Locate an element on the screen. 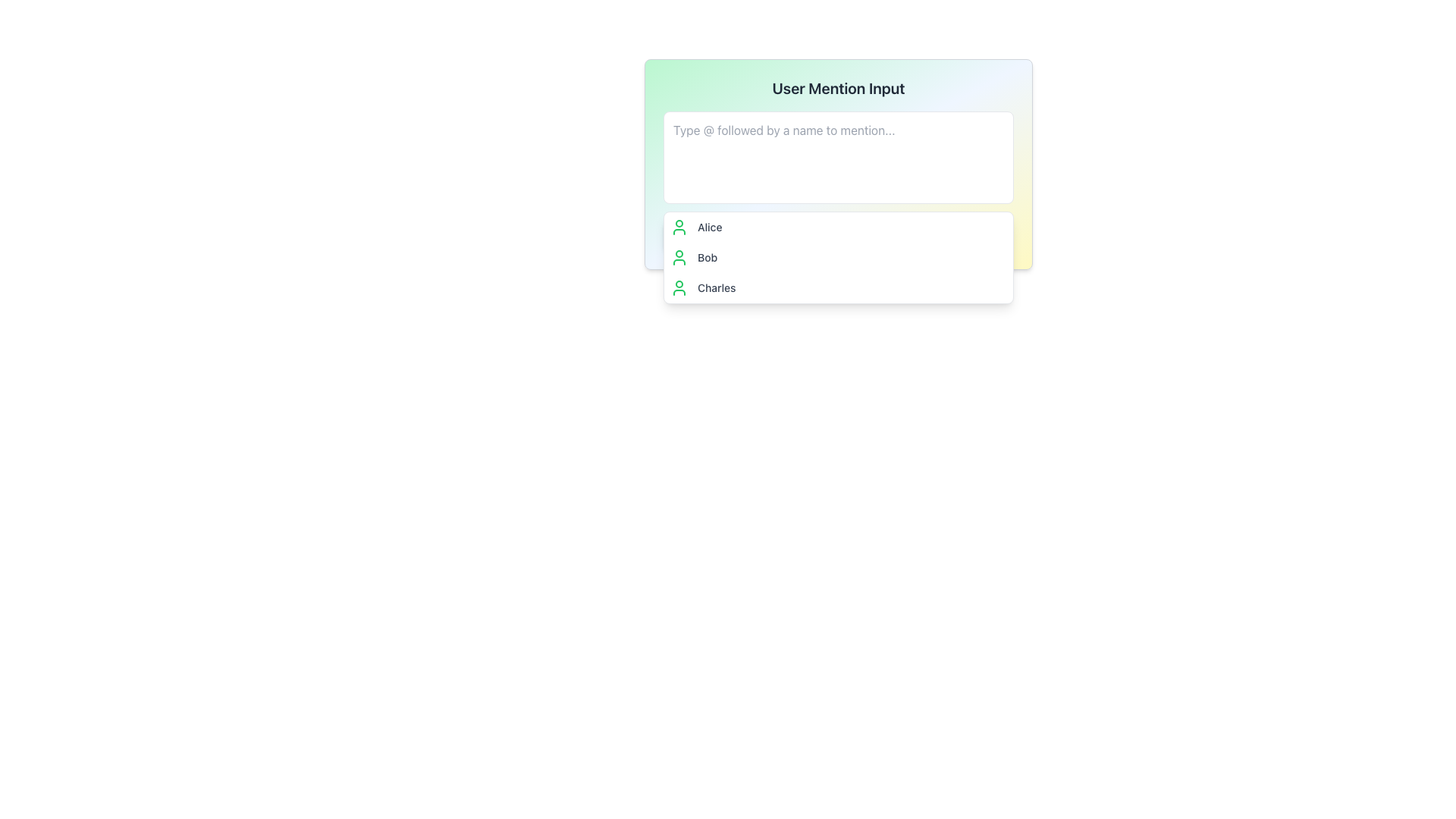 Image resolution: width=1456 pixels, height=819 pixels. the text displaying 'Alice' in the dropdown list is located at coordinates (709, 227).